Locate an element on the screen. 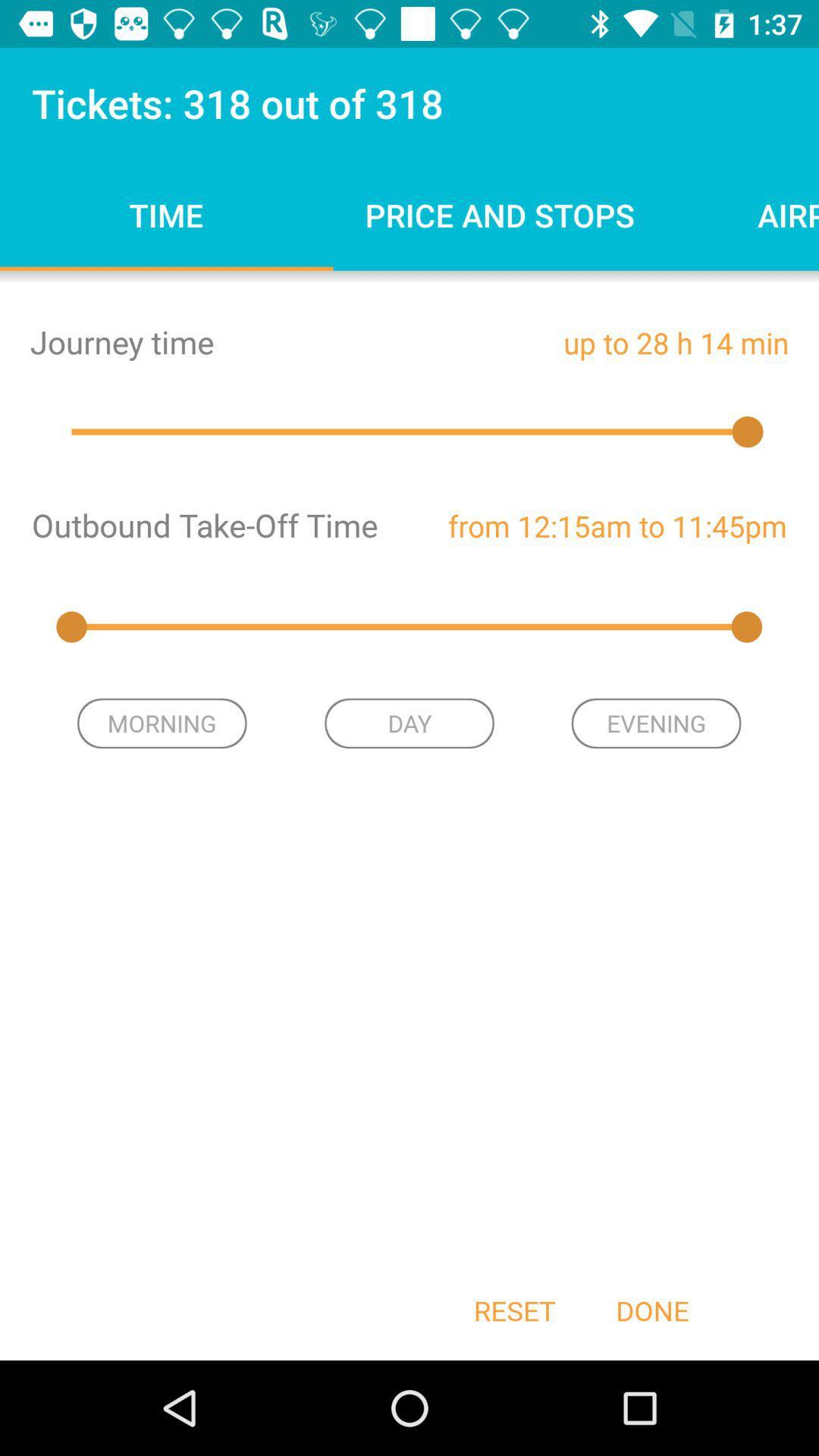  the evening is located at coordinates (655, 723).